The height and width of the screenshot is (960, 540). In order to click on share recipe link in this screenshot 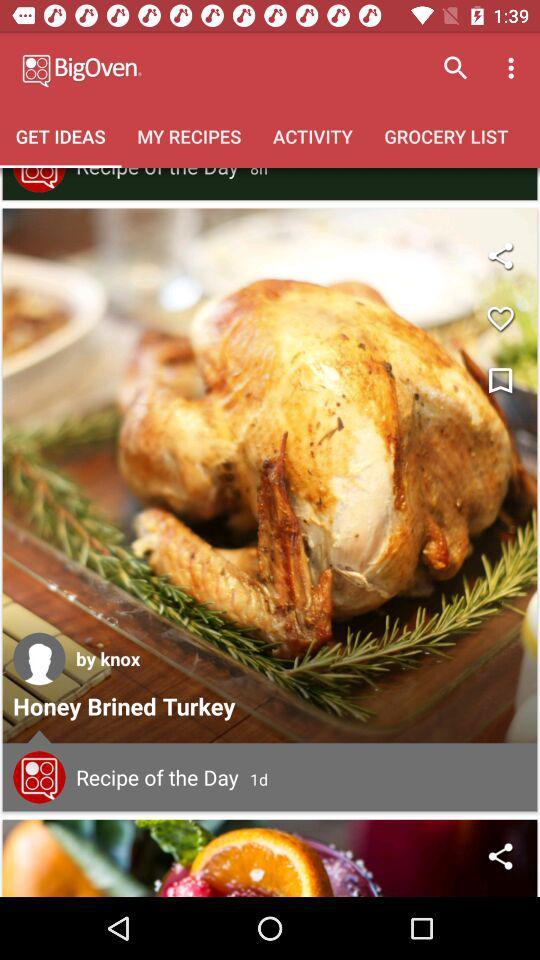, I will do `click(499, 855)`.